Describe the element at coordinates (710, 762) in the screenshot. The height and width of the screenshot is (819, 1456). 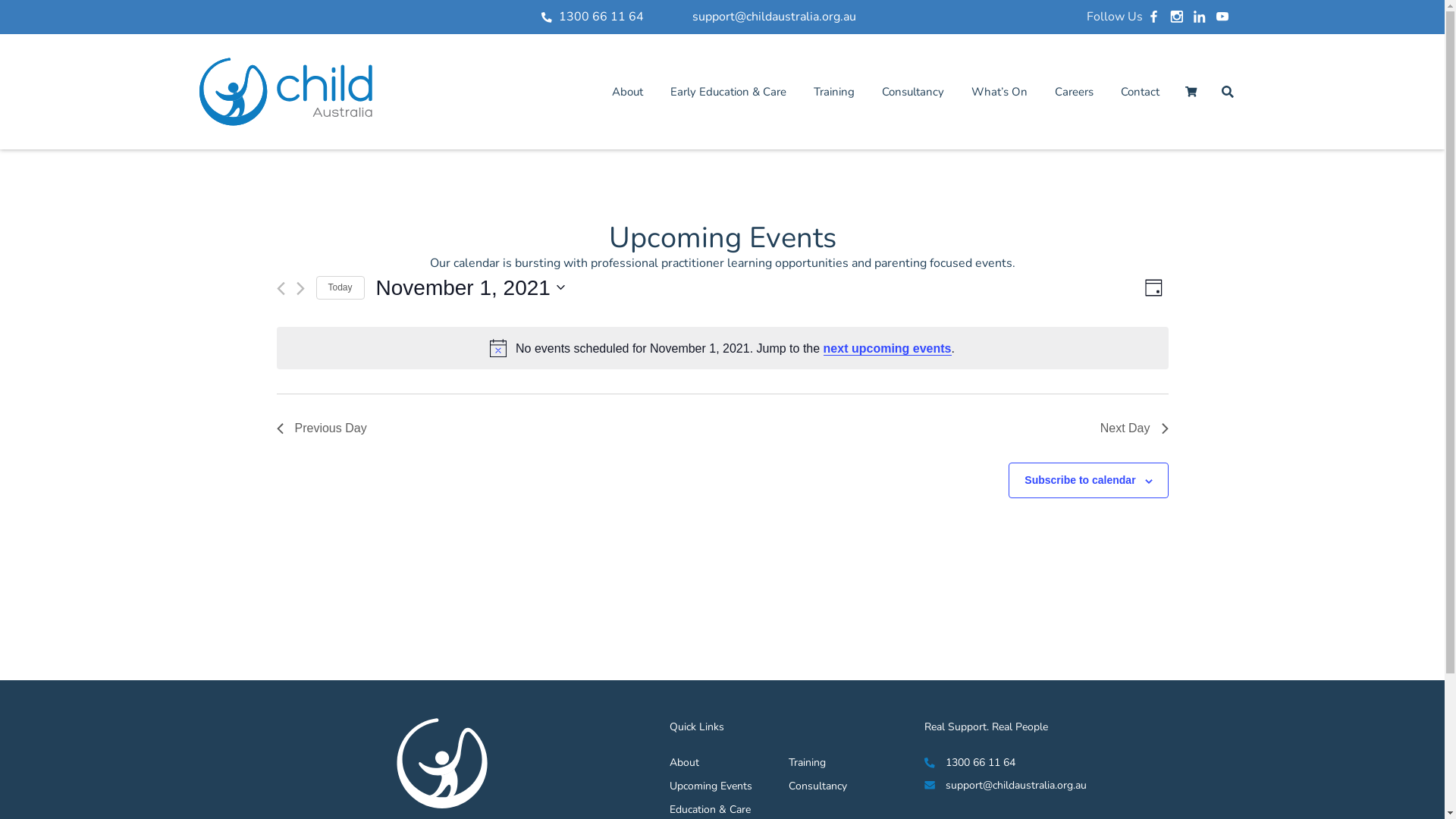
I see `'About'` at that location.